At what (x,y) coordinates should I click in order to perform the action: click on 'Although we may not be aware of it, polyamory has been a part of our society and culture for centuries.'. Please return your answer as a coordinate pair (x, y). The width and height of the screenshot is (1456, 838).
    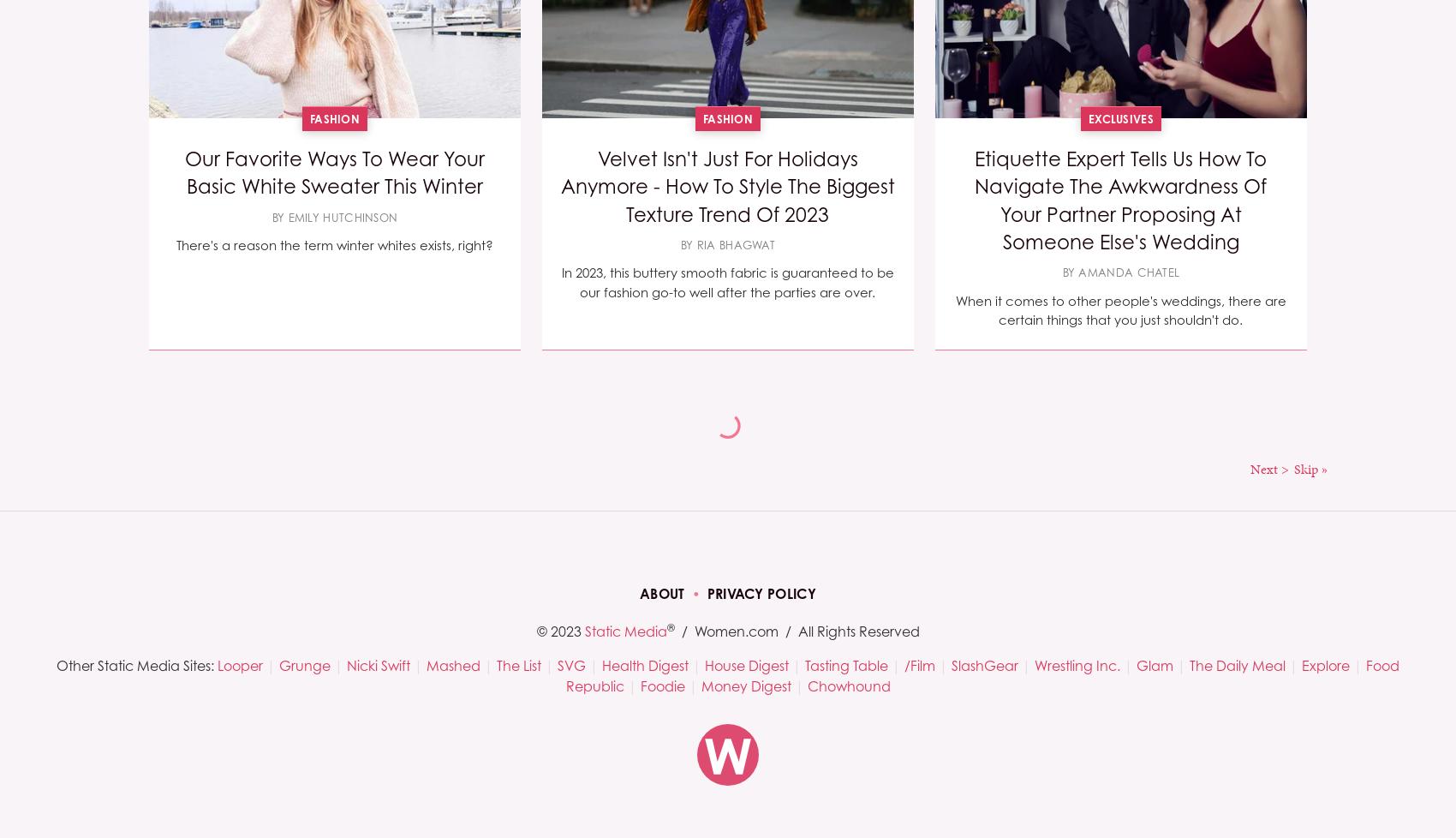
    Looking at the image, I should click on (333, 715).